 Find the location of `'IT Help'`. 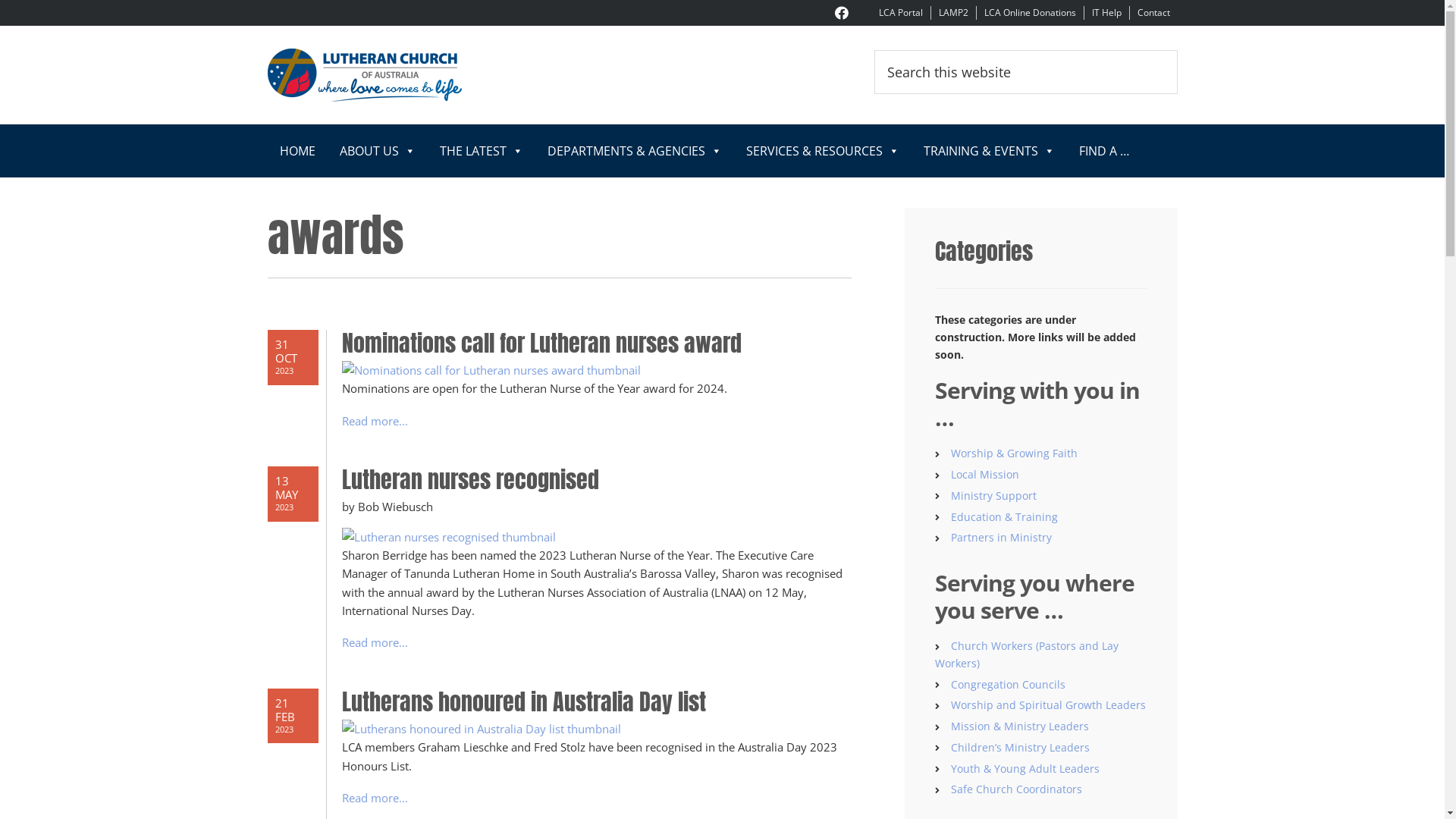

'IT Help' is located at coordinates (1106, 12).